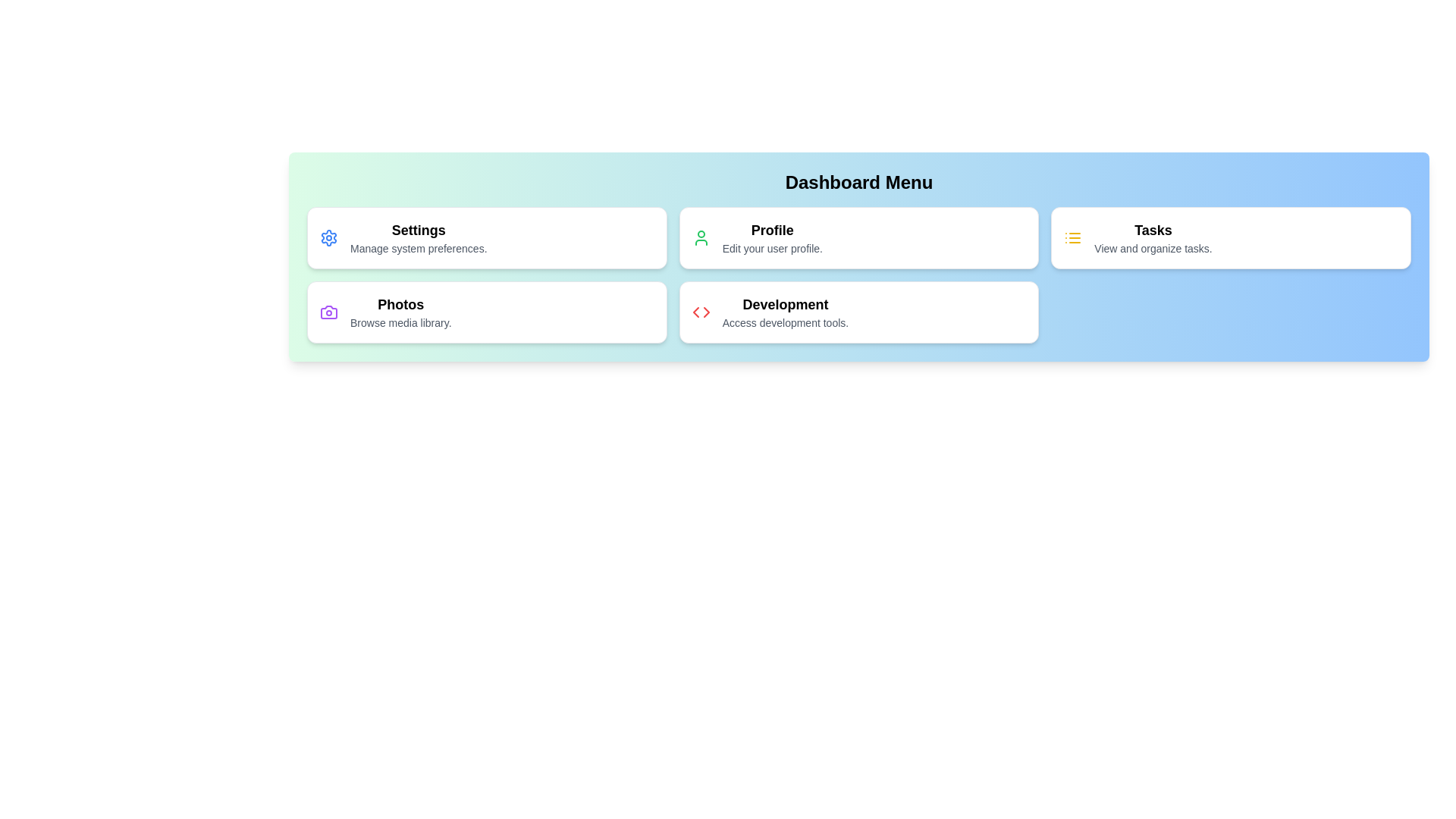 The width and height of the screenshot is (1456, 819). What do you see at coordinates (858, 312) in the screenshot?
I see `the menu item labeled Development to navigate to its associated functionality` at bounding box center [858, 312].